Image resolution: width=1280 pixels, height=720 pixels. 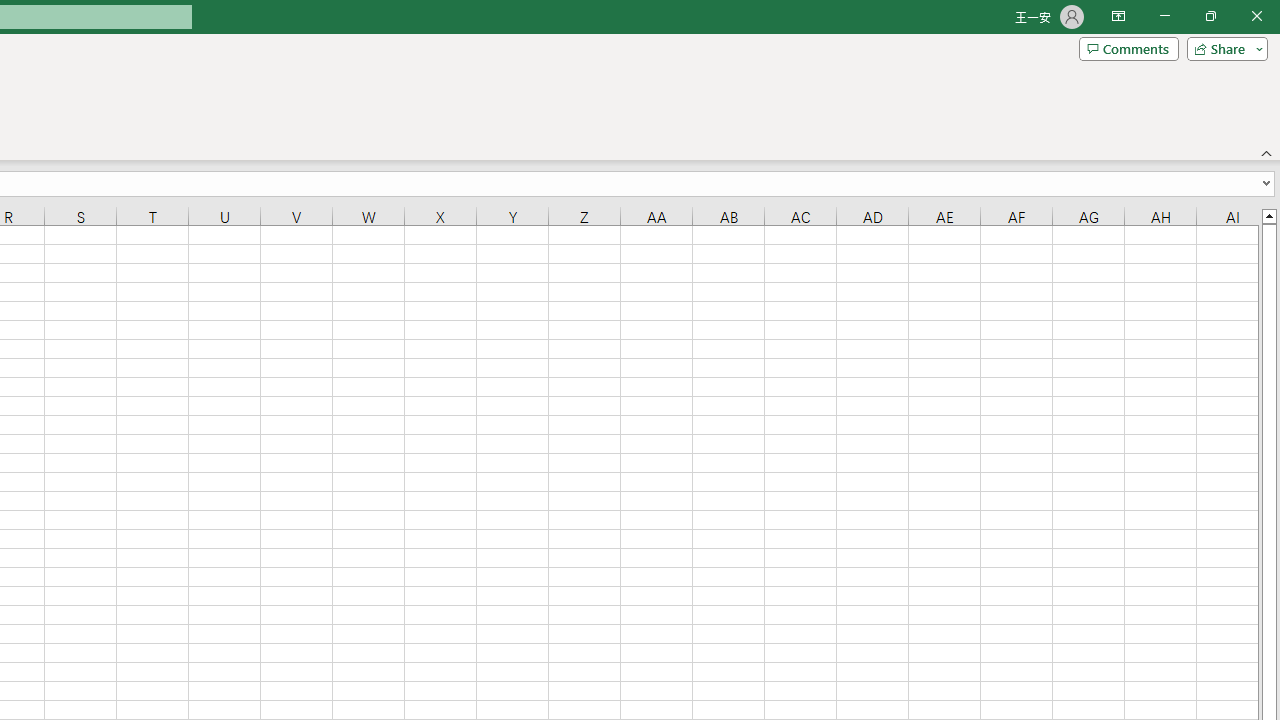 I want to click on 'Restore Down', so click(x=1209, y=16).